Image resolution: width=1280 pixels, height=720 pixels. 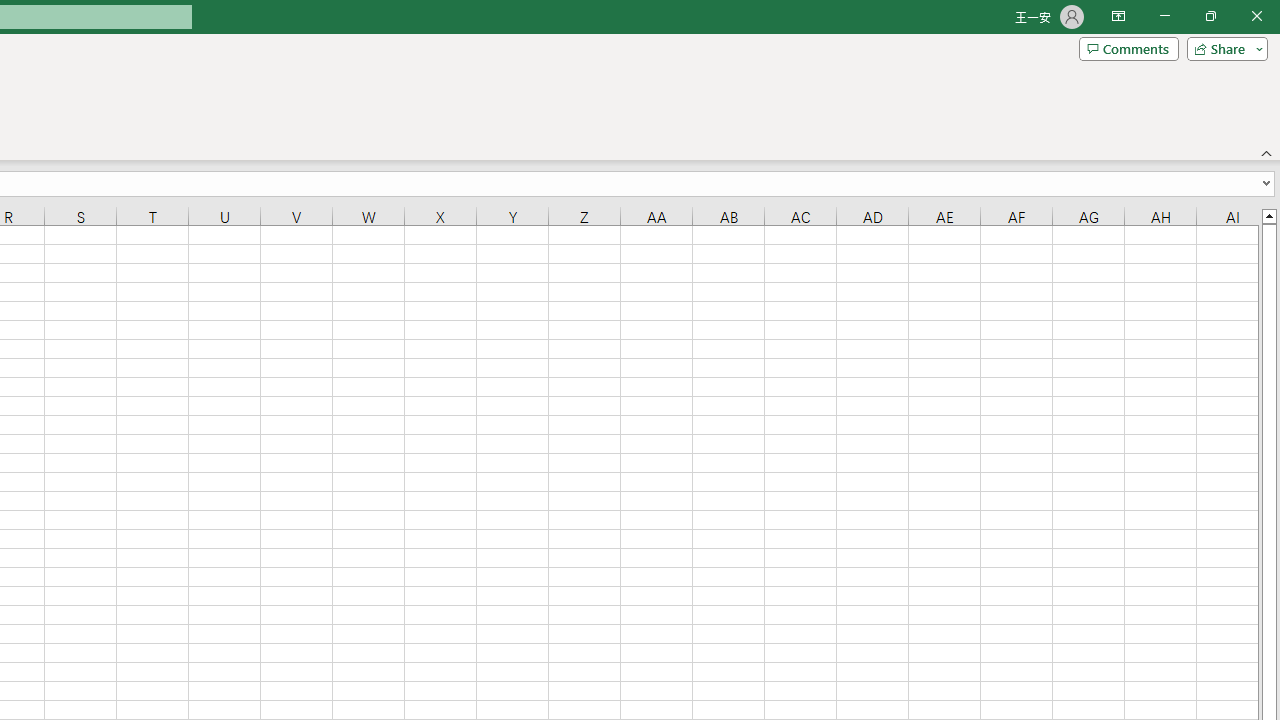 I want to click on 'Restore Down', so click(x=1209, y=16).